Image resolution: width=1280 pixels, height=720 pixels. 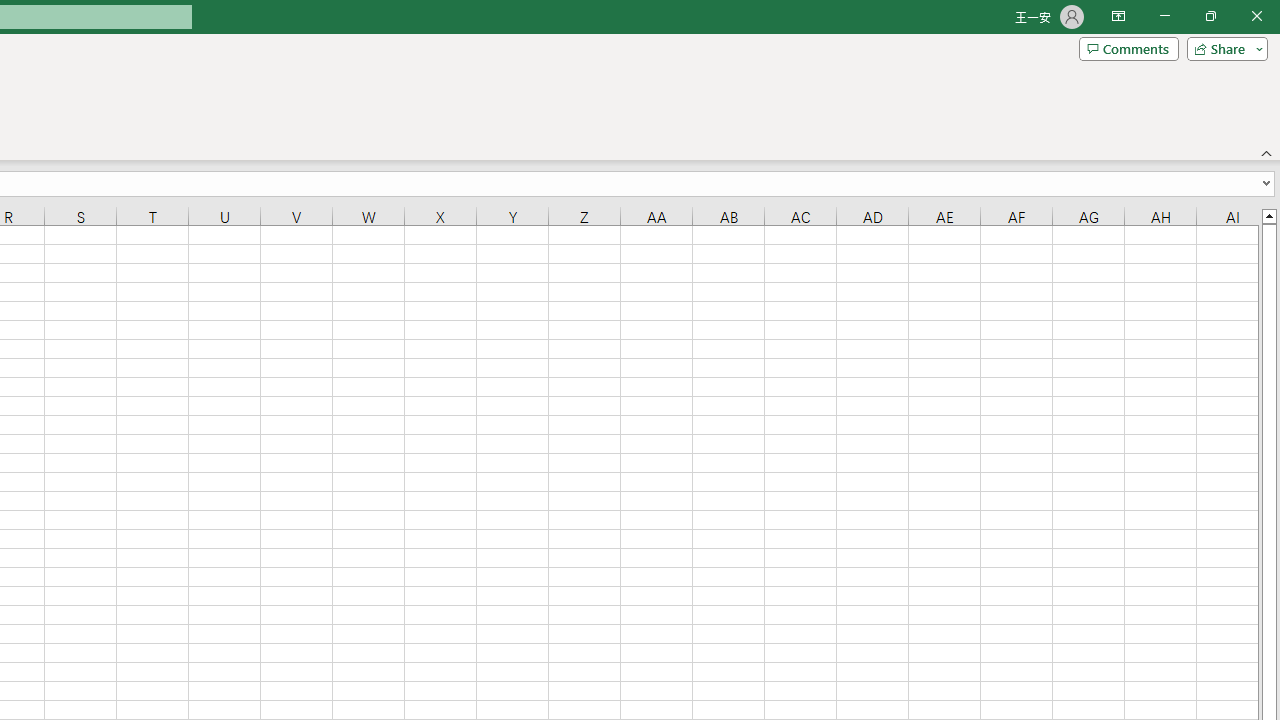 I want to click on 'Restore Down', so click(x=1209, y=16).